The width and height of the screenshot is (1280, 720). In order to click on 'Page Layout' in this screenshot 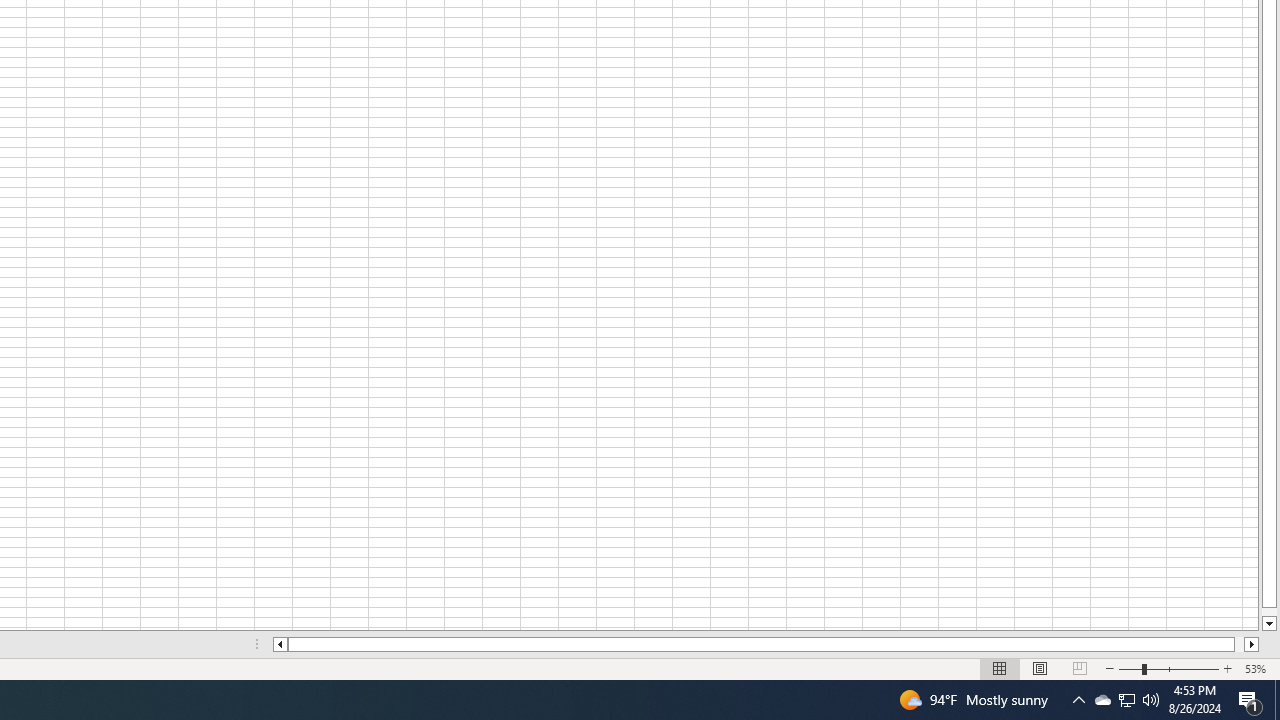, I will do `click(1040, 669)`.